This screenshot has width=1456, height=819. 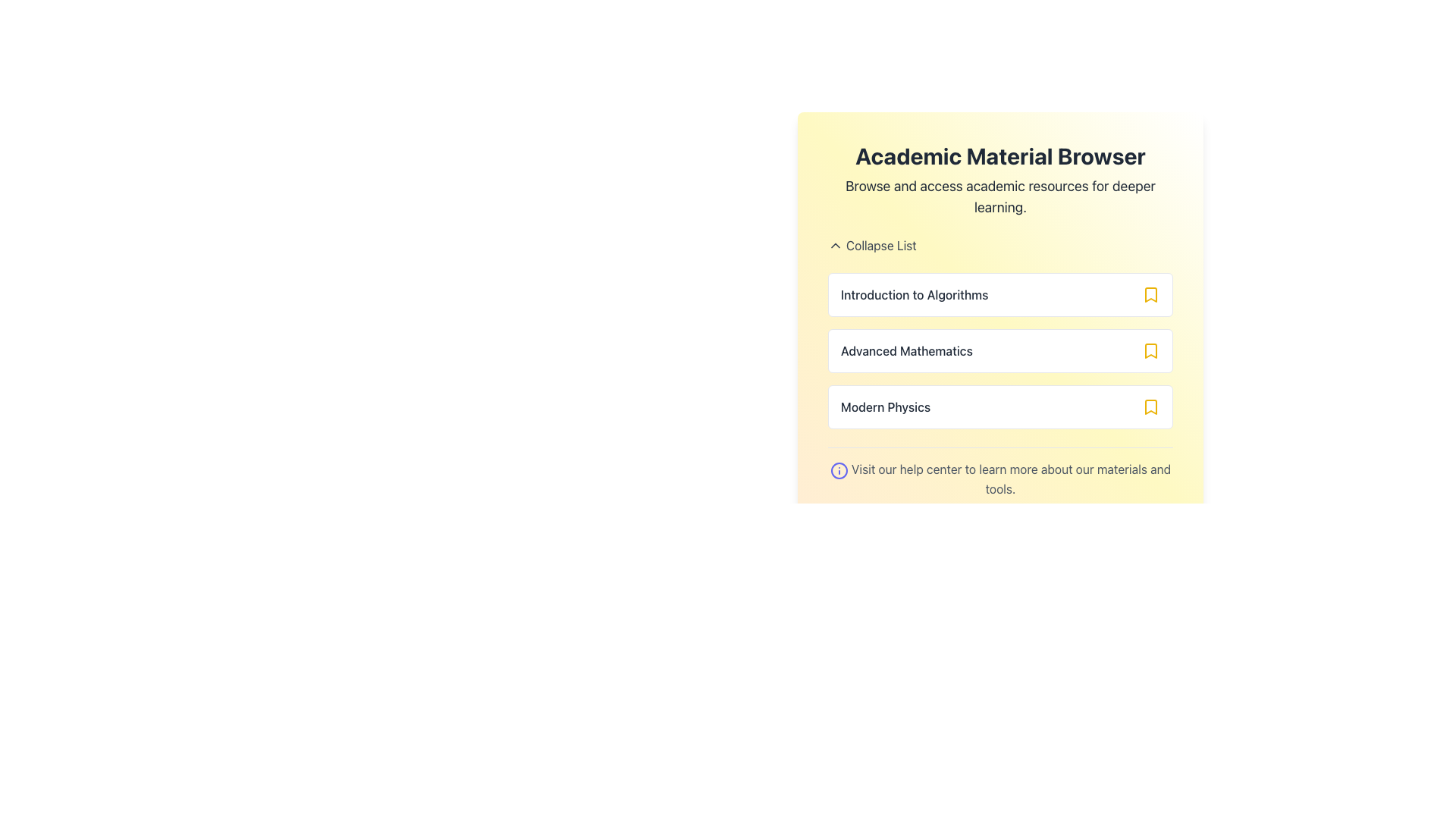 What do you see at coordinates (1000, 196) in the screenshot?
I see `text paragraph that states 'Browse and access academic resources for deeper learning.', which is positioned below the title 'Academic Material Browser' on a yellow background` at bounding box center [1000, 196].